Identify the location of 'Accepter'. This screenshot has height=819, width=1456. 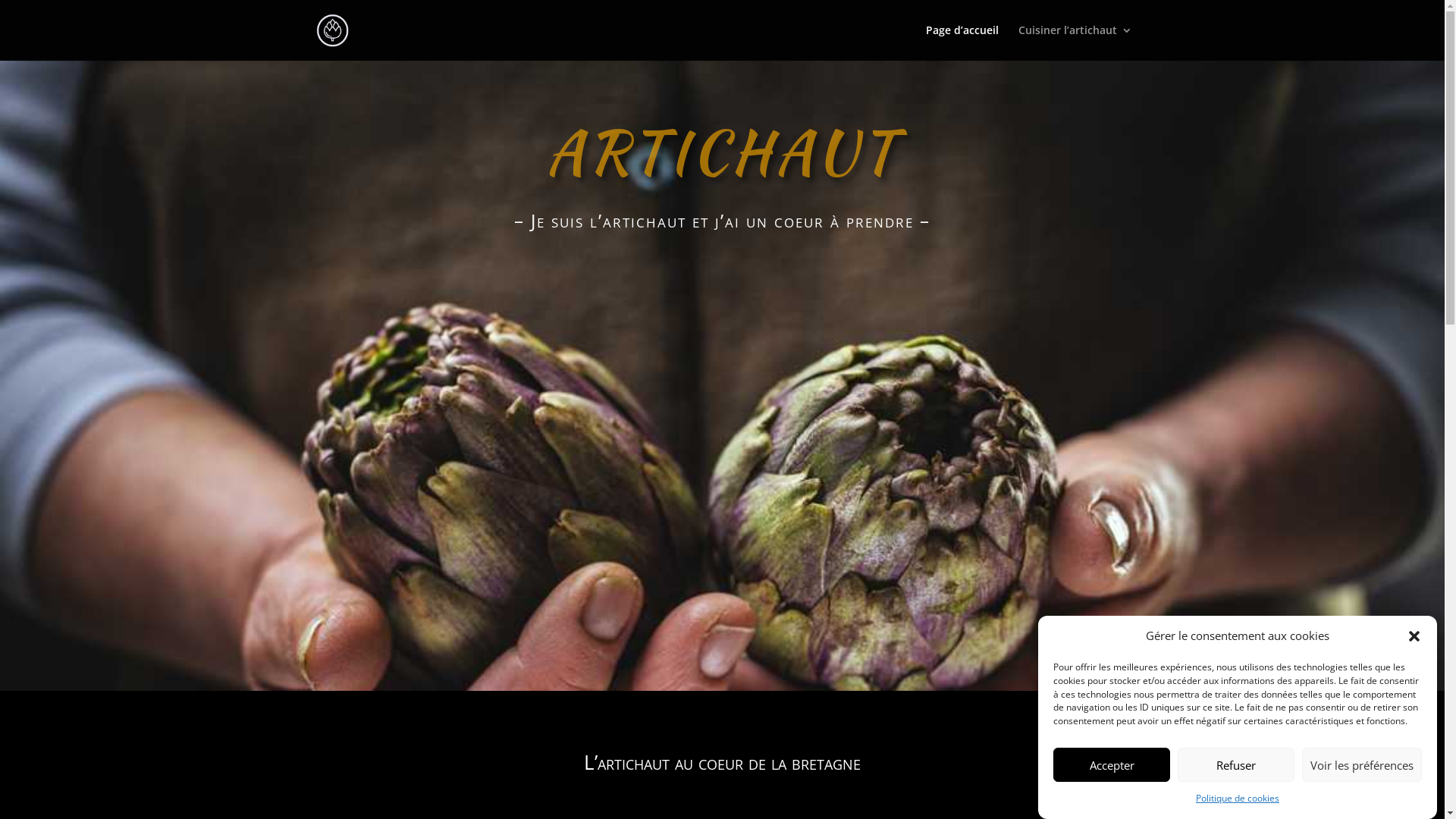
(1111, 764).